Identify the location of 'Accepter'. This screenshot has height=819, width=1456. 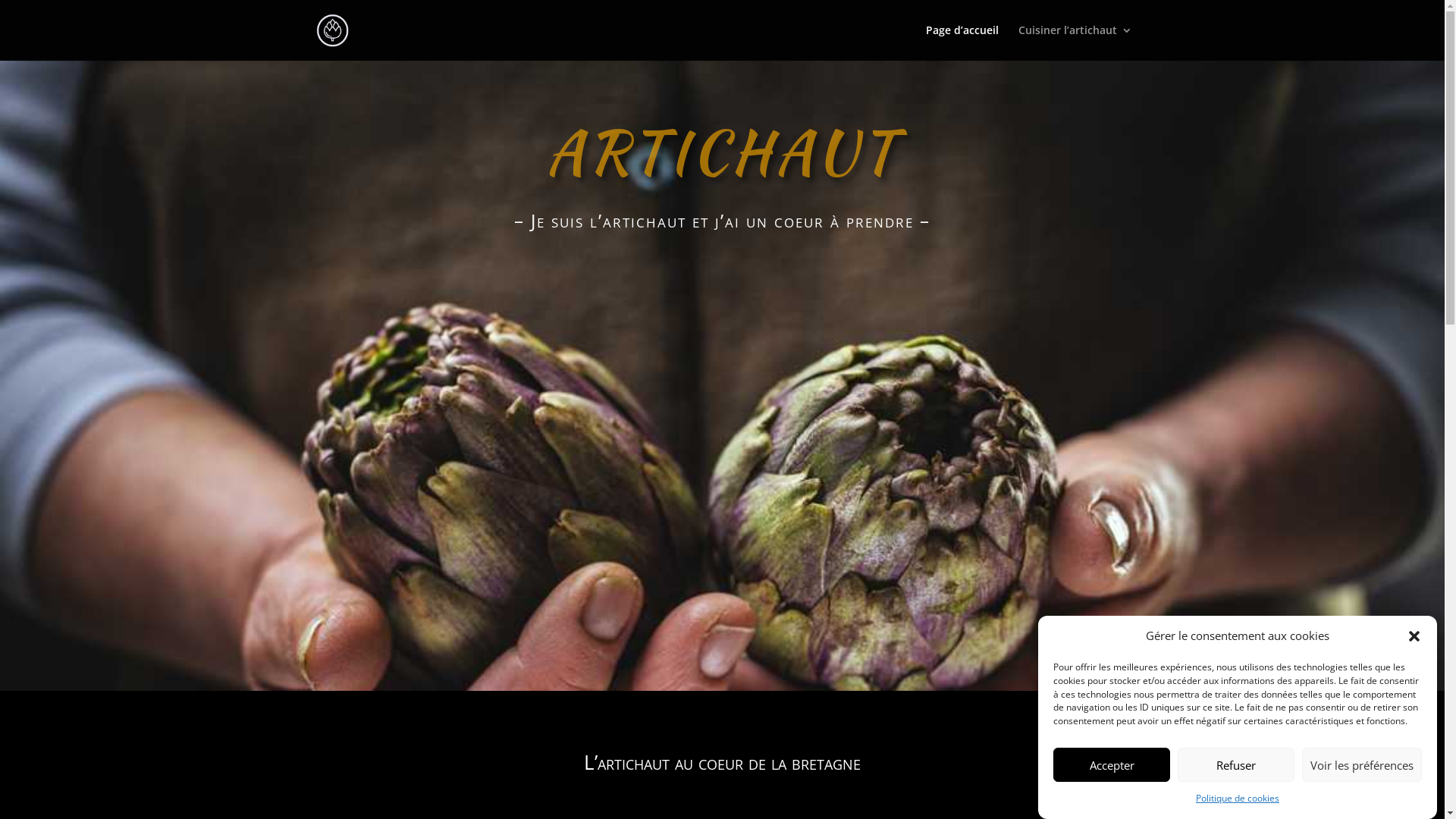
(1111, 764).